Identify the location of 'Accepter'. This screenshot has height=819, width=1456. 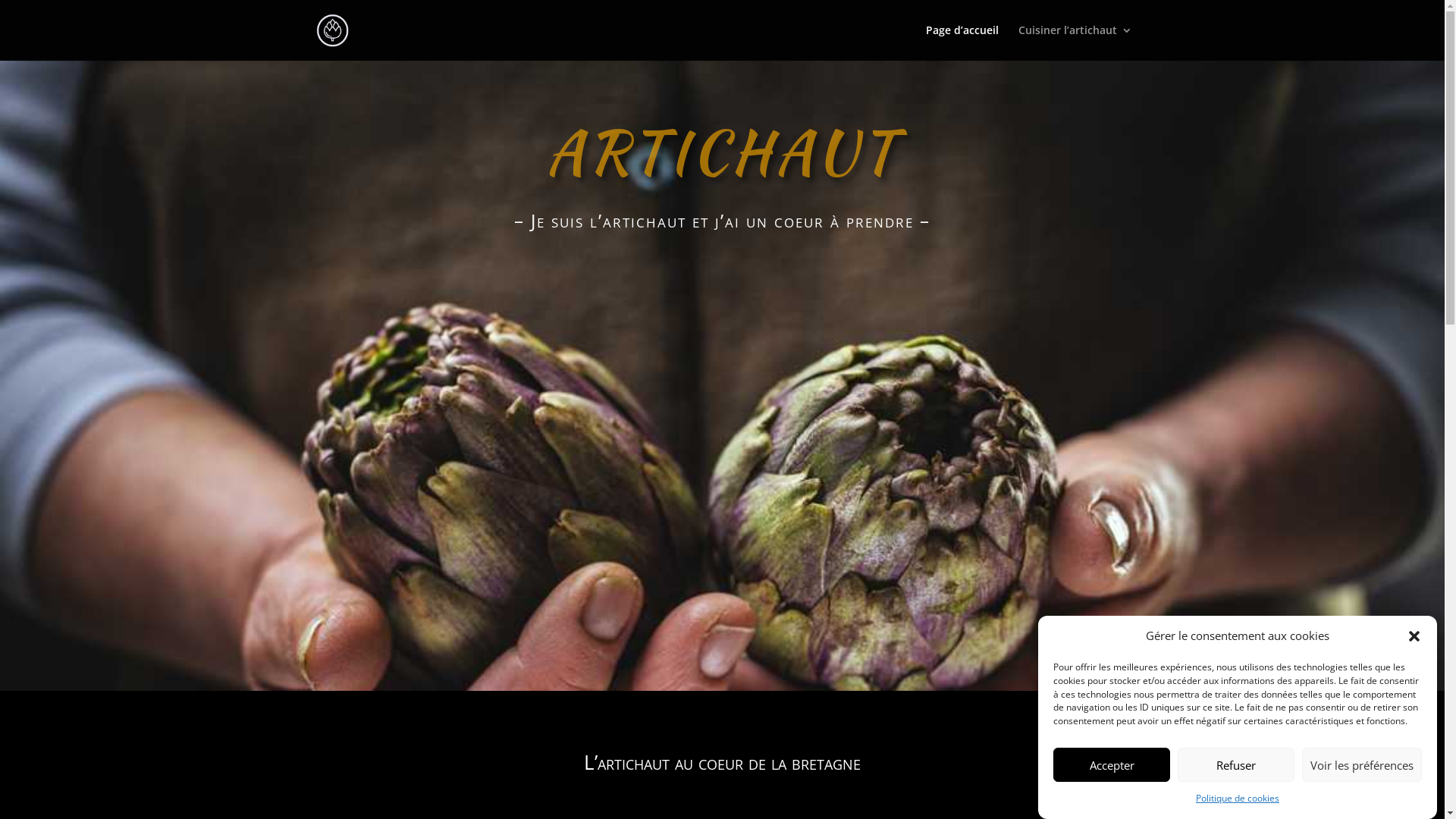
(1111, 764).